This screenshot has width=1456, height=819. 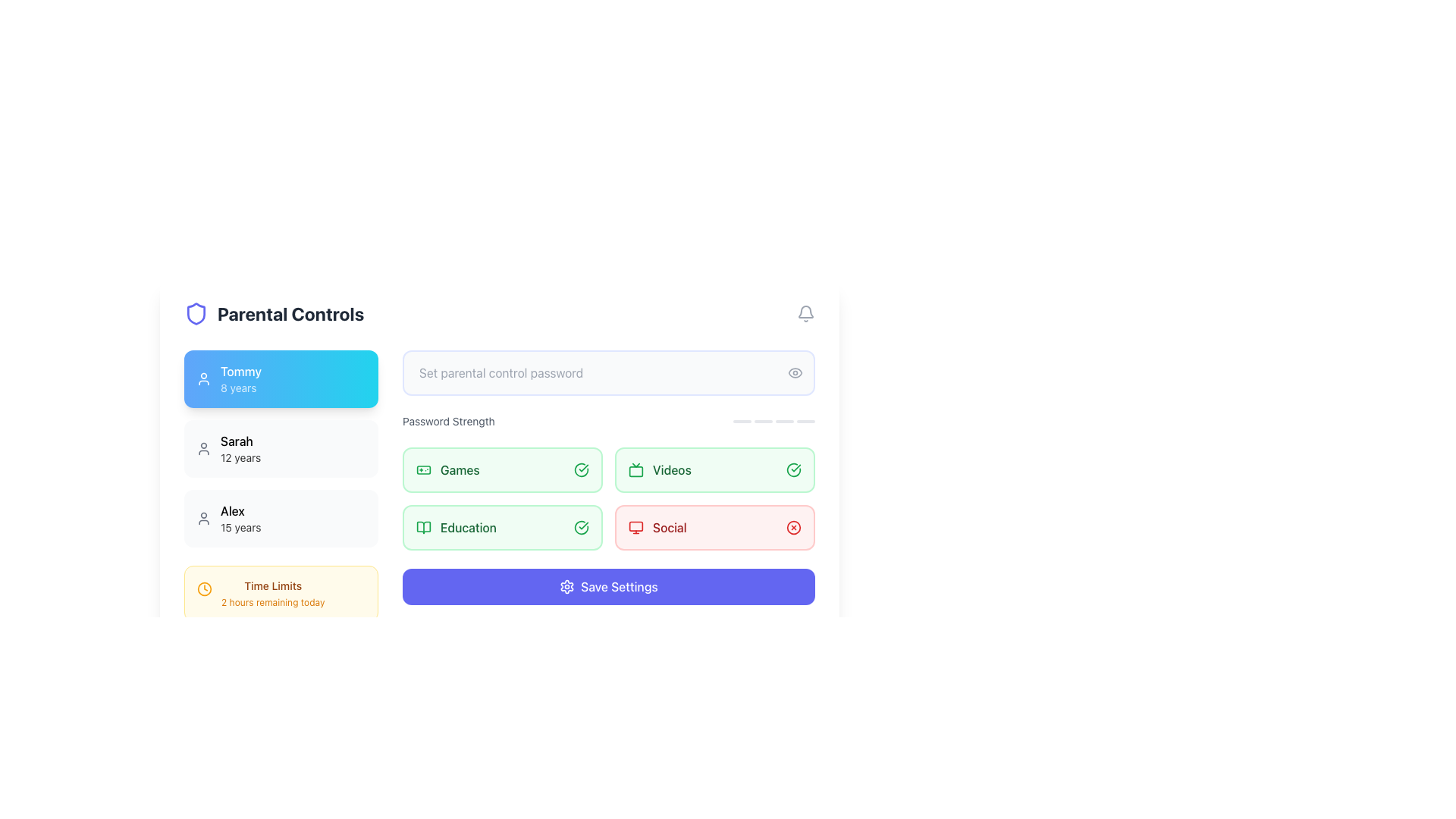 What do you see at coordinates (636, 526) in the screenshot?
I see `the 'Social' icon (svg) located to the left of the 'Social' label within the 'Password Strength' section in the lower right quadrant of the interface` at bounding box center [636, 526].